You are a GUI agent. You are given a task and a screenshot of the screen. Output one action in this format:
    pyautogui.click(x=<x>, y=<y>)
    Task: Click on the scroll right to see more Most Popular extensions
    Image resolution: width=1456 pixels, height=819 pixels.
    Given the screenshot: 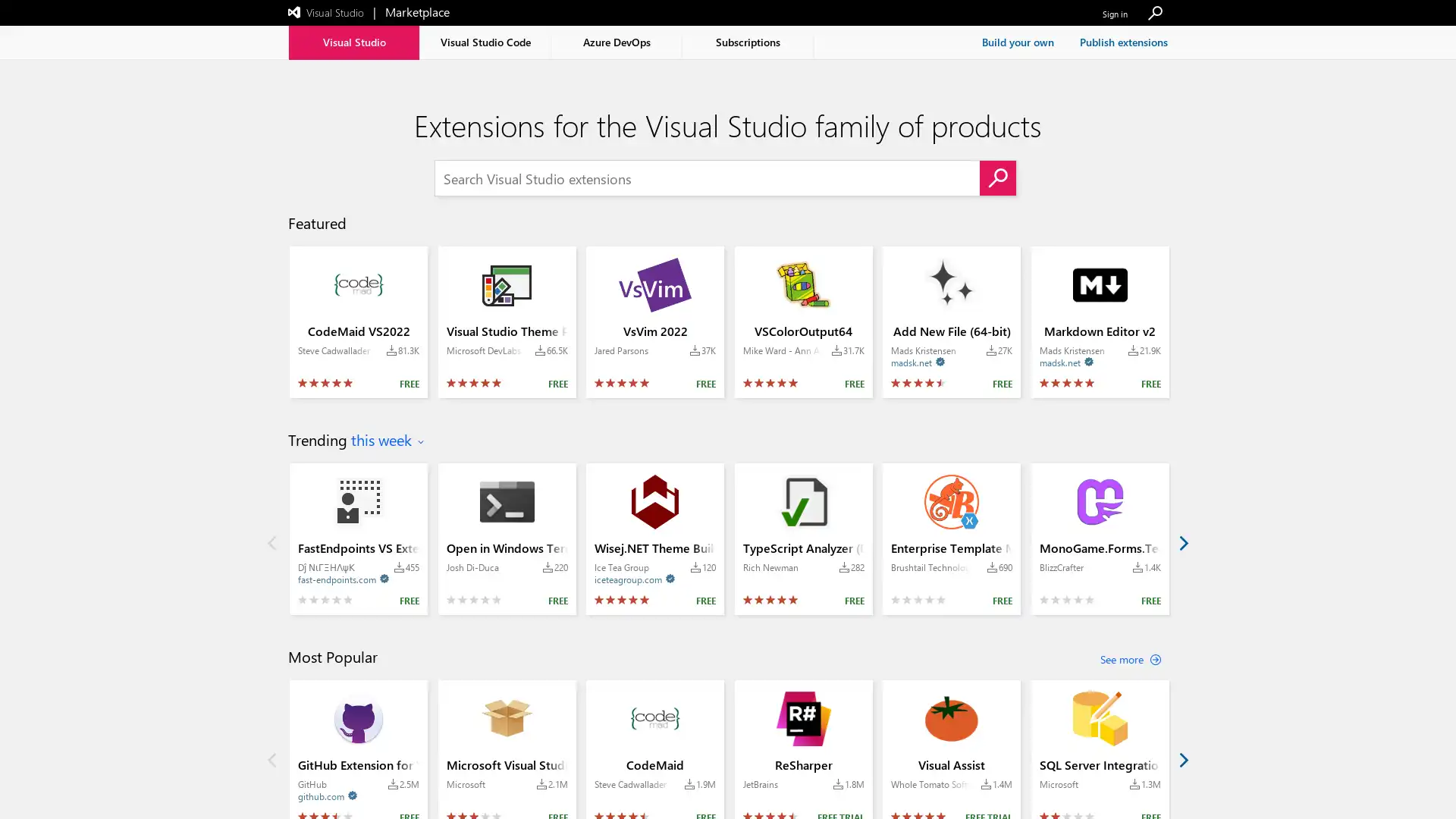 What is the action you would take?
    pyautogui.click(x=1182, y=759)
    